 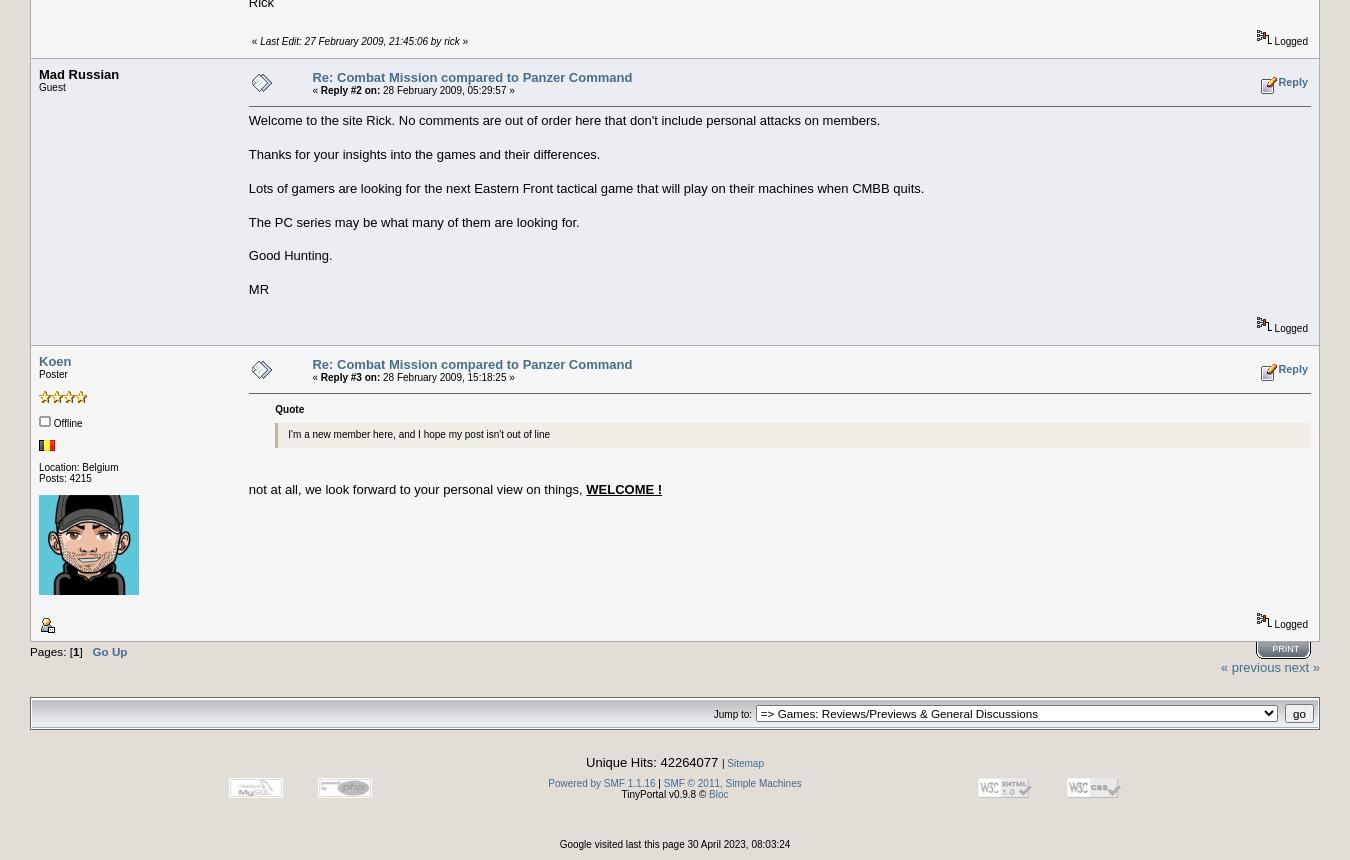 I want to click on 'not at all, we look forward to your personal view on things,', so click(x=417, y=487).